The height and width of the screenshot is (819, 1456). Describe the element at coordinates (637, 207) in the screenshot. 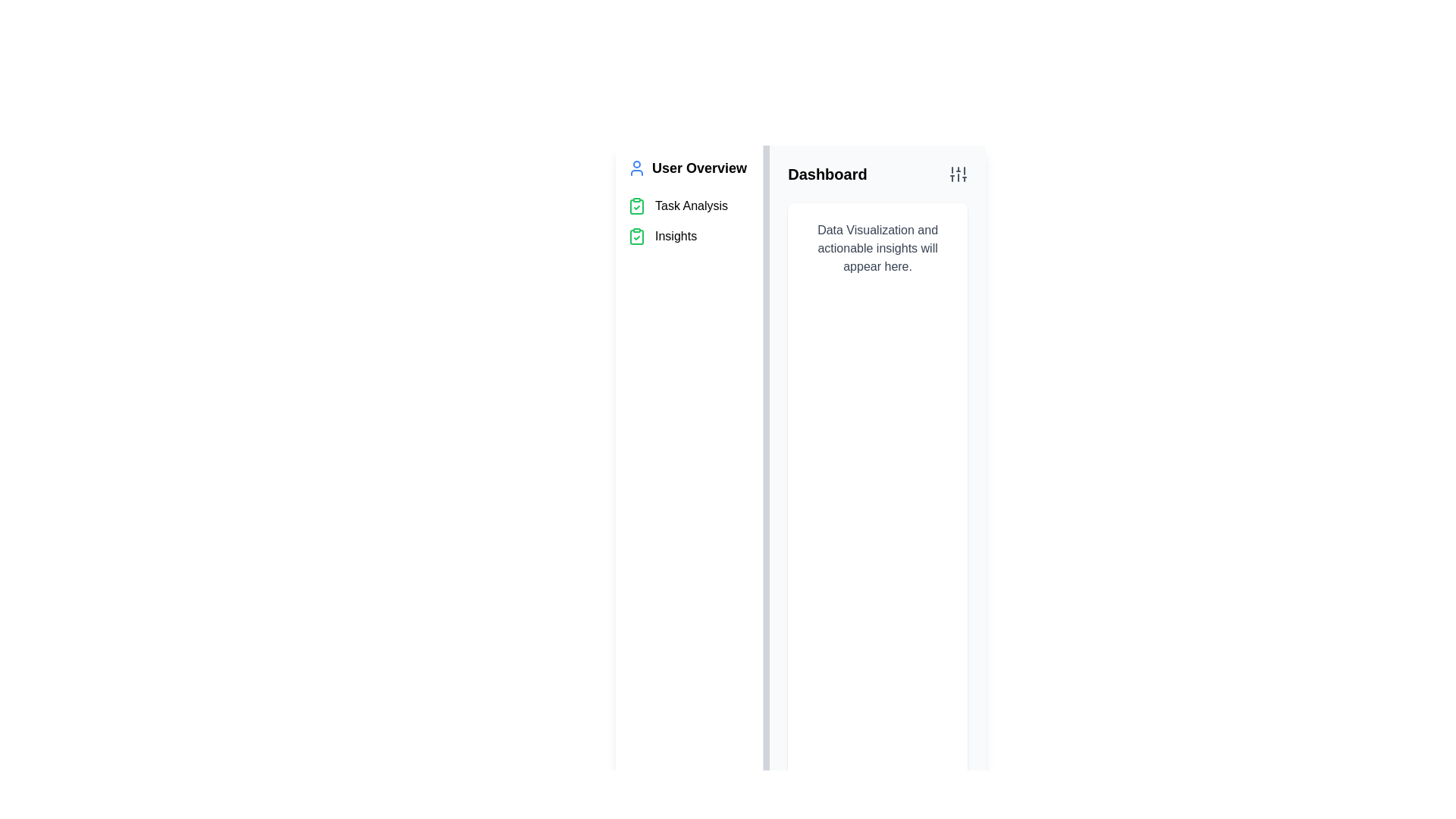

I see `the clipboard icon with a checkmark in the sidebar menu, which is positioned below the 'User Overview' icon and above the 'Insights' icon` at that location.